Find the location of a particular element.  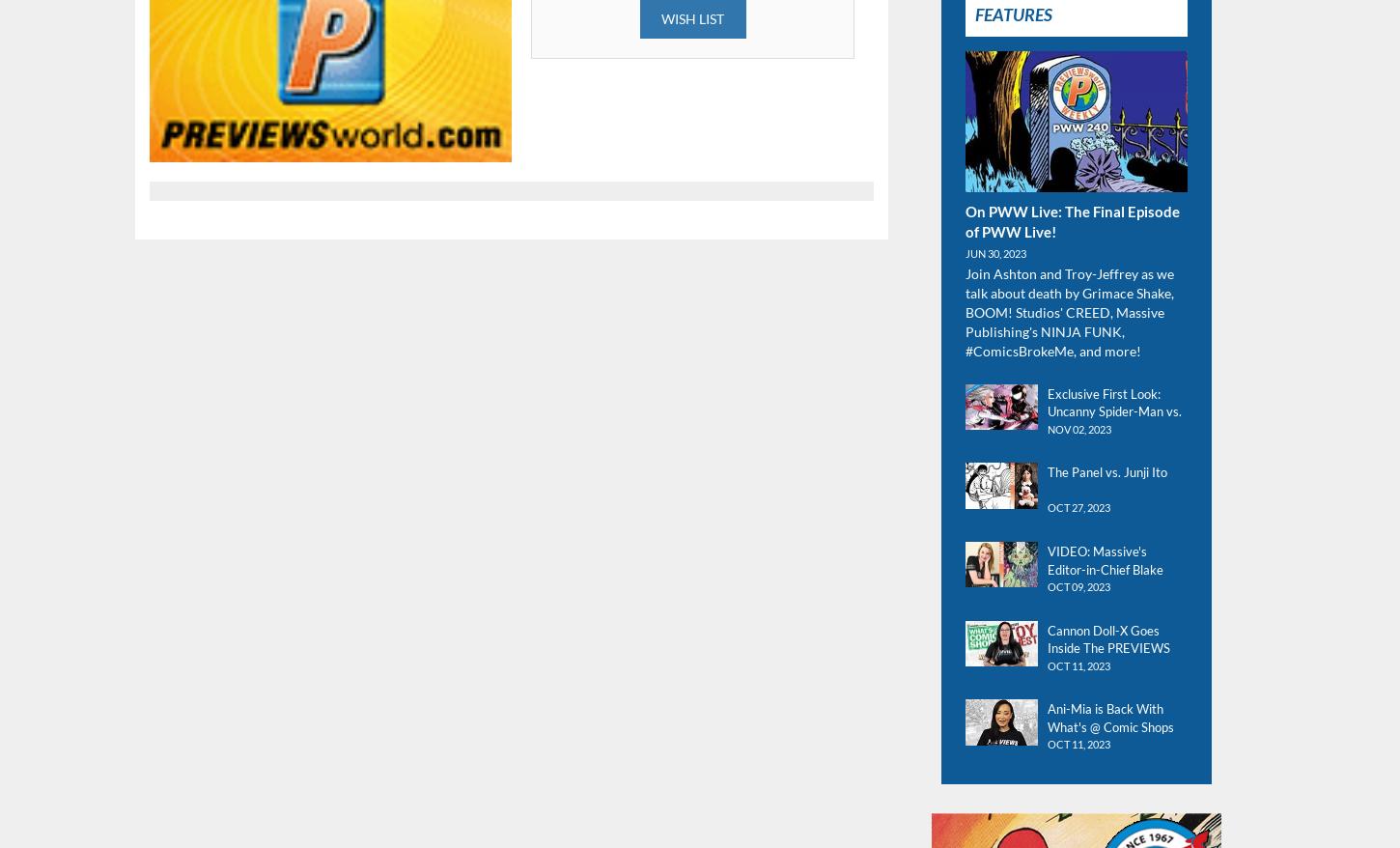

'Nov 02, 2023' is located at coordinates (1078, 427).